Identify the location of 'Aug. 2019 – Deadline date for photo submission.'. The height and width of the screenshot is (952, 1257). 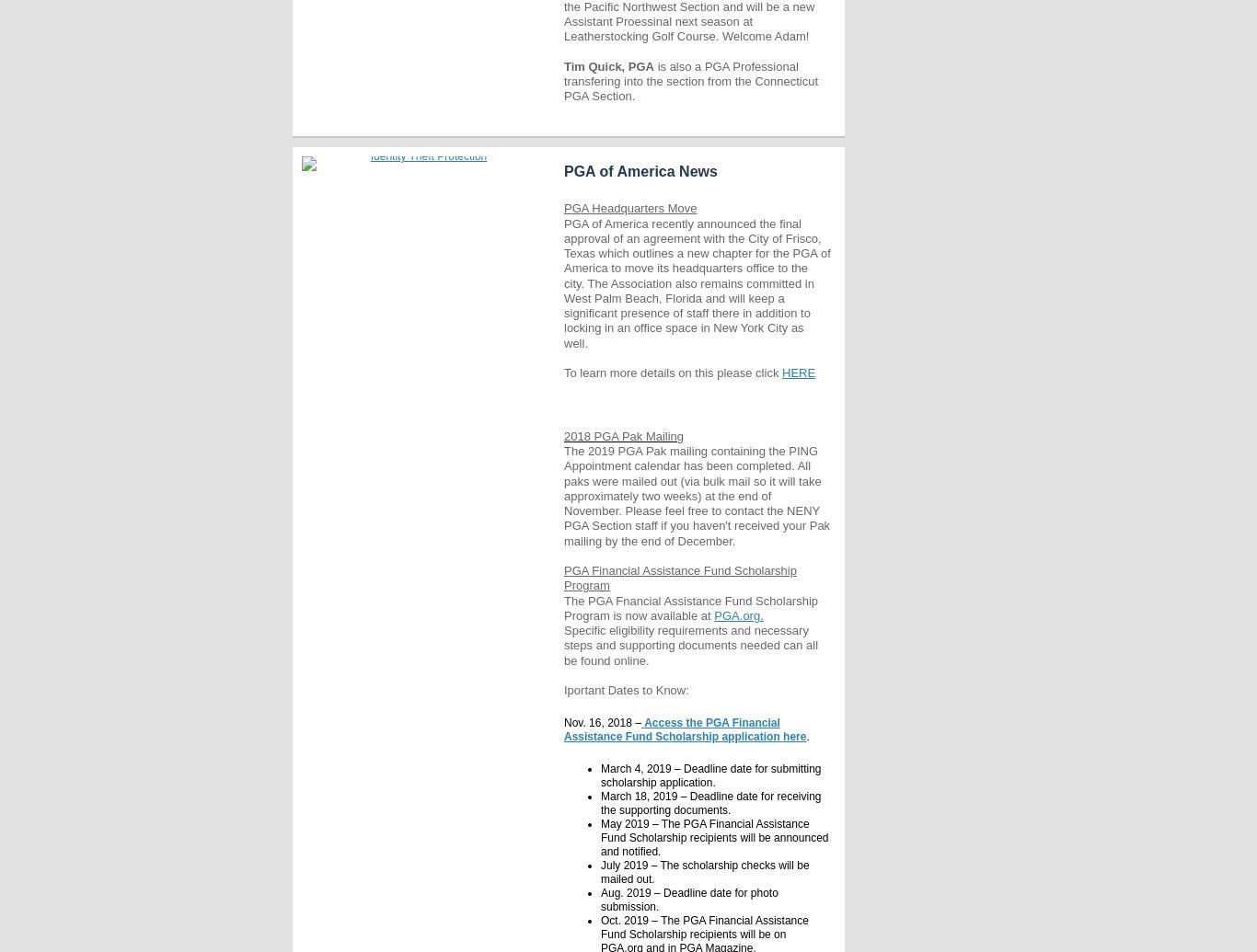
(688, 899).